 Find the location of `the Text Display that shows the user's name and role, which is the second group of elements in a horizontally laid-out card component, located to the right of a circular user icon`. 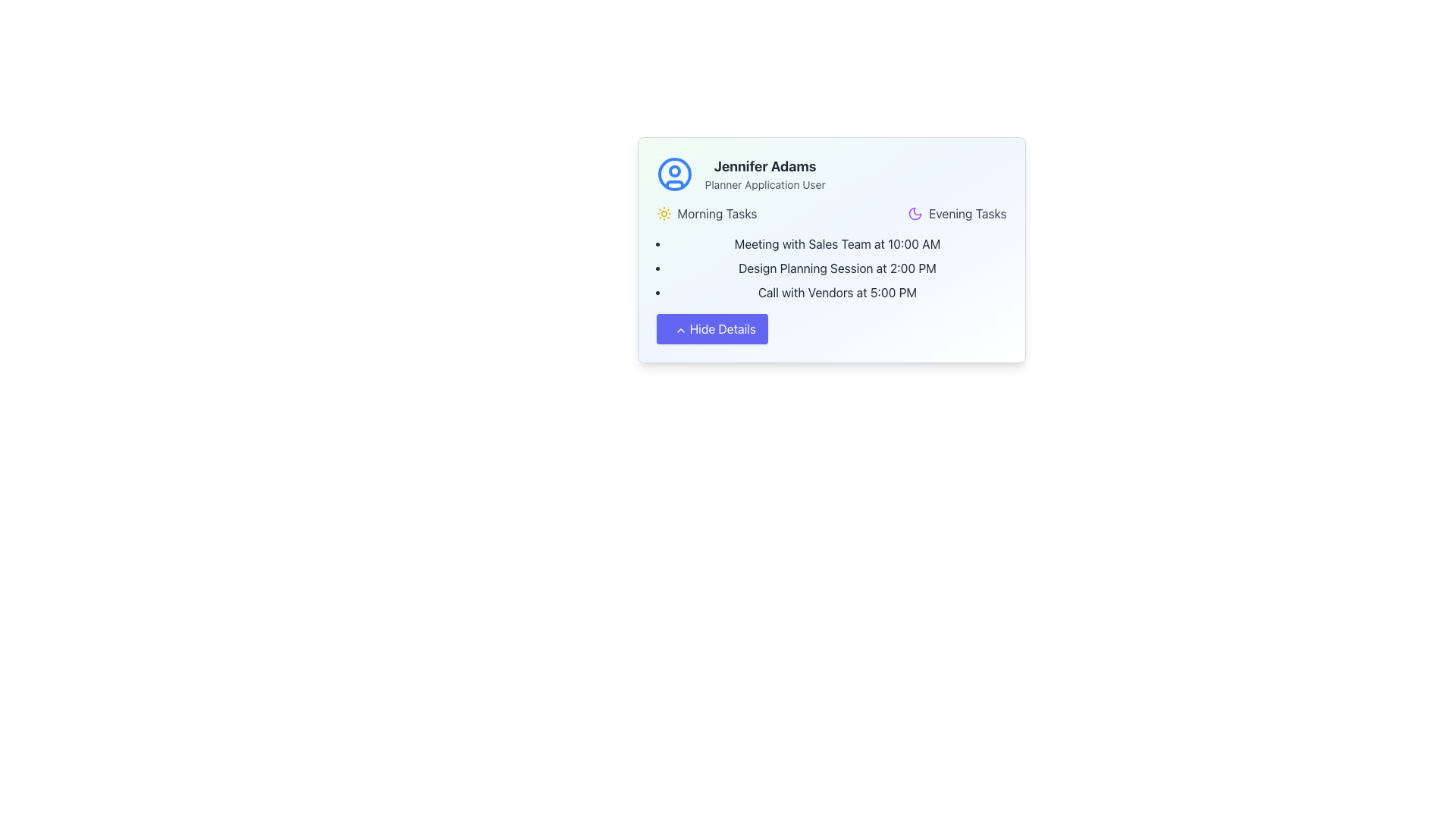

the Text Display that shows the user's name and role, which is the second group of elements in a horizontally laid-out card component, located to the right of a circular user icon is located at coordinates (765, 174).